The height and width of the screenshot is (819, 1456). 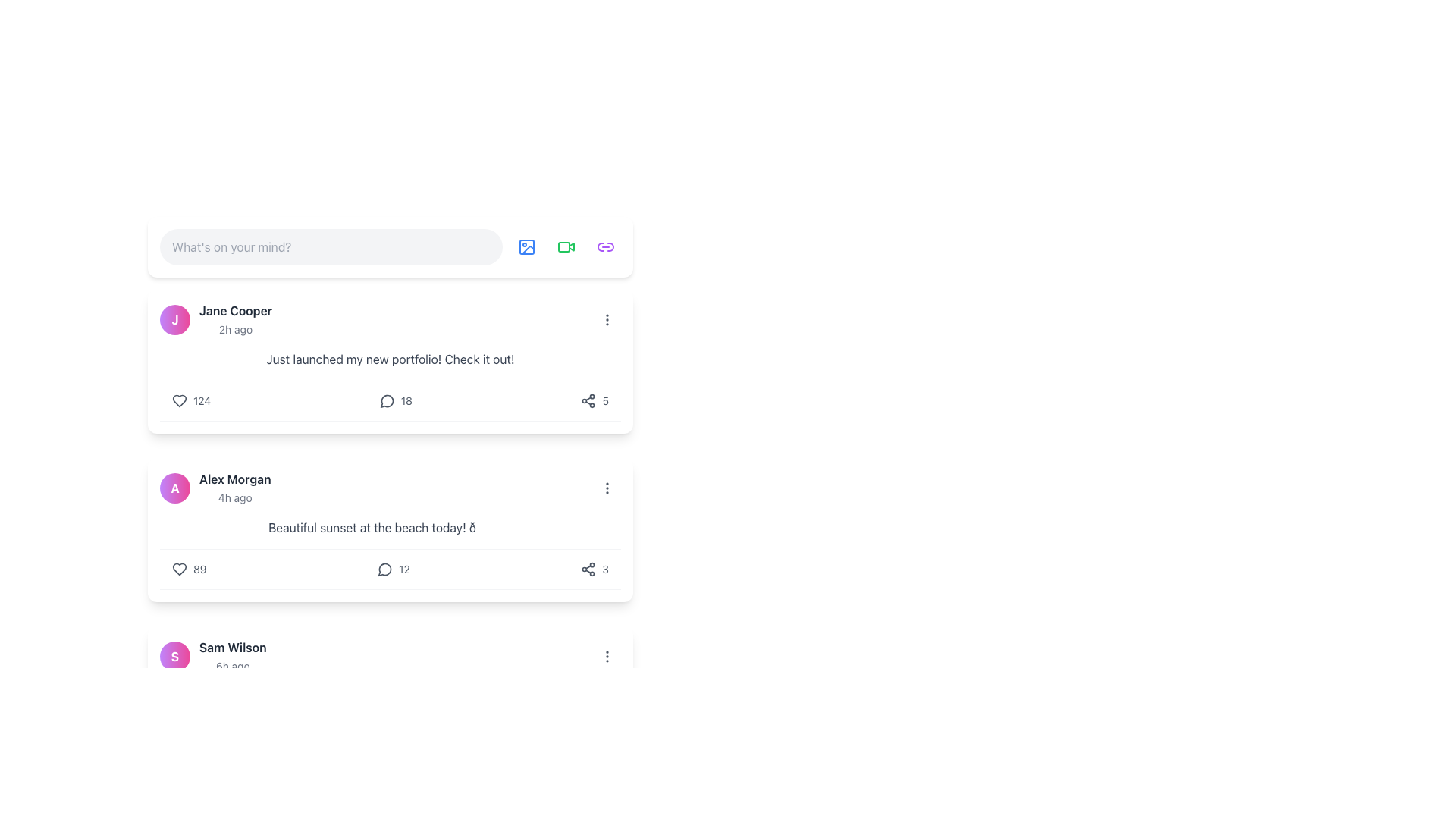 What do you see at coordinates (607, 318) in the screenshot?
I see `the vertical ellipsis icon button located in the top-right corner of the user card displaying 'Jane Cooper' and '2h ago'` at bounding box center [607, 318].